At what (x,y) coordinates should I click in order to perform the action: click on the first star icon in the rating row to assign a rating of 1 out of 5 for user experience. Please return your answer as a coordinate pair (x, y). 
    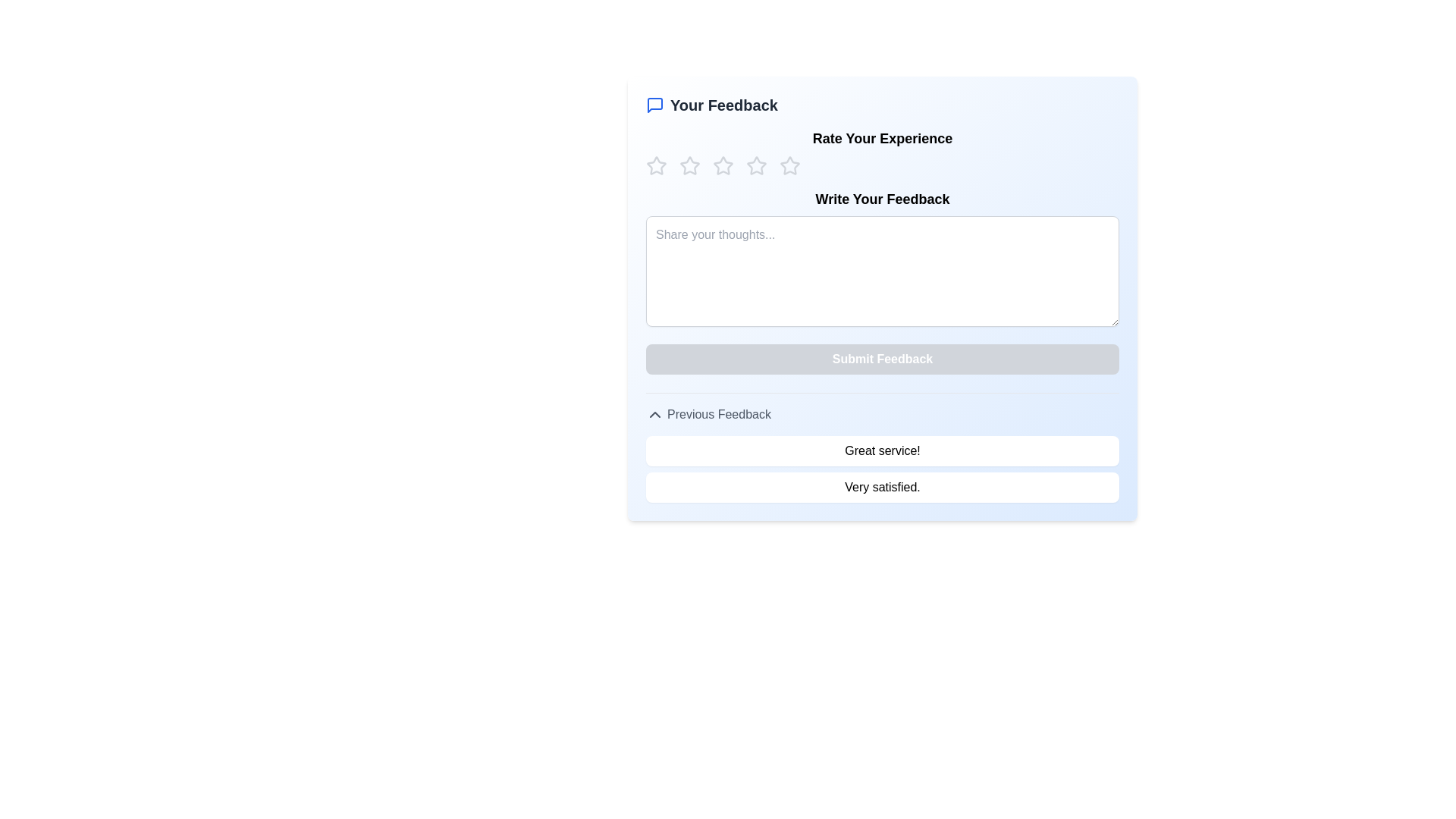
    Looking at the image, I should click on (656, 166).